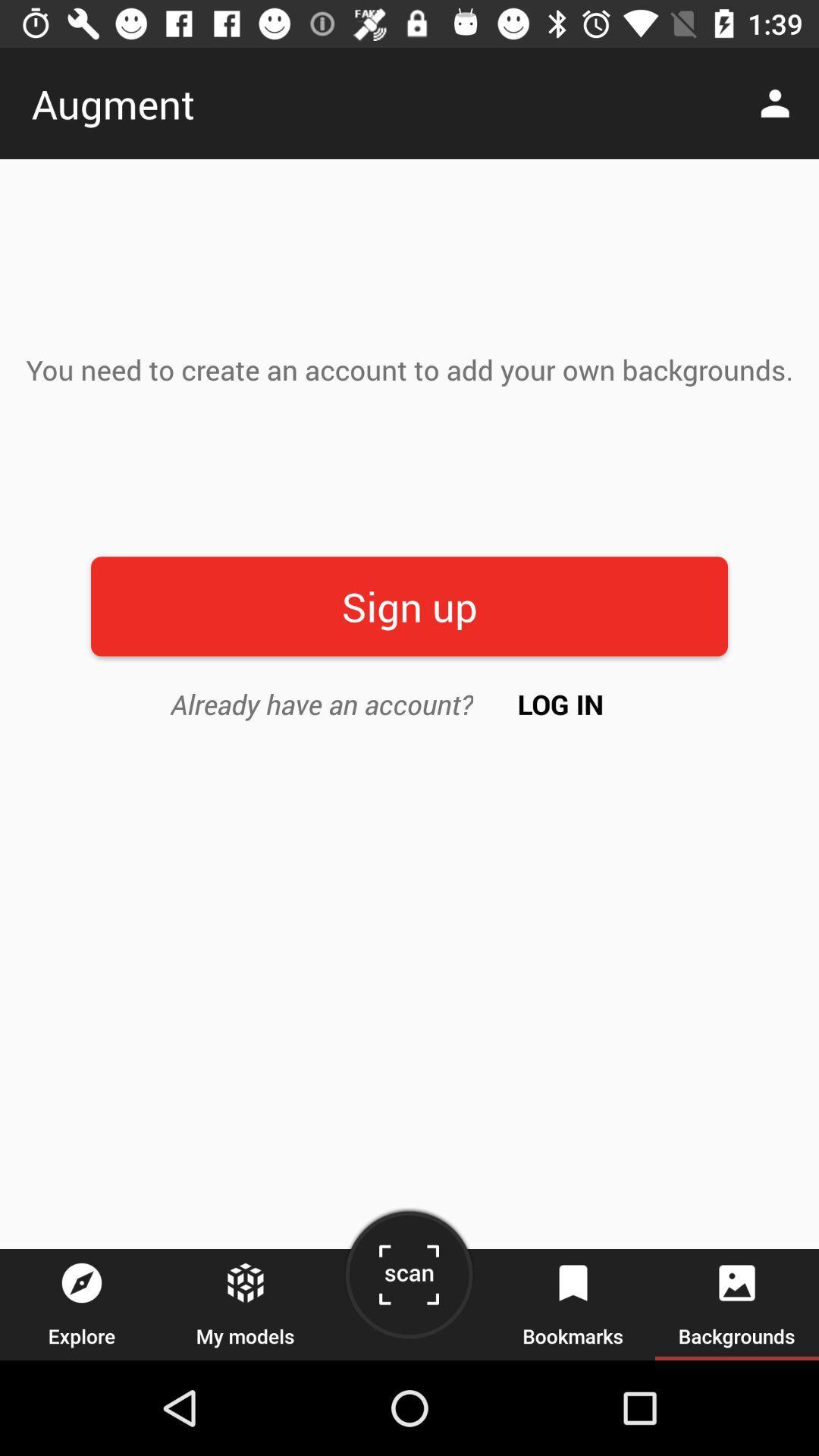 Image resolution: width=819 pixels, height=1456 pixels. Describe the element at coordinates (409, 605) in the screenshot. I see `the sign up item` at that location.